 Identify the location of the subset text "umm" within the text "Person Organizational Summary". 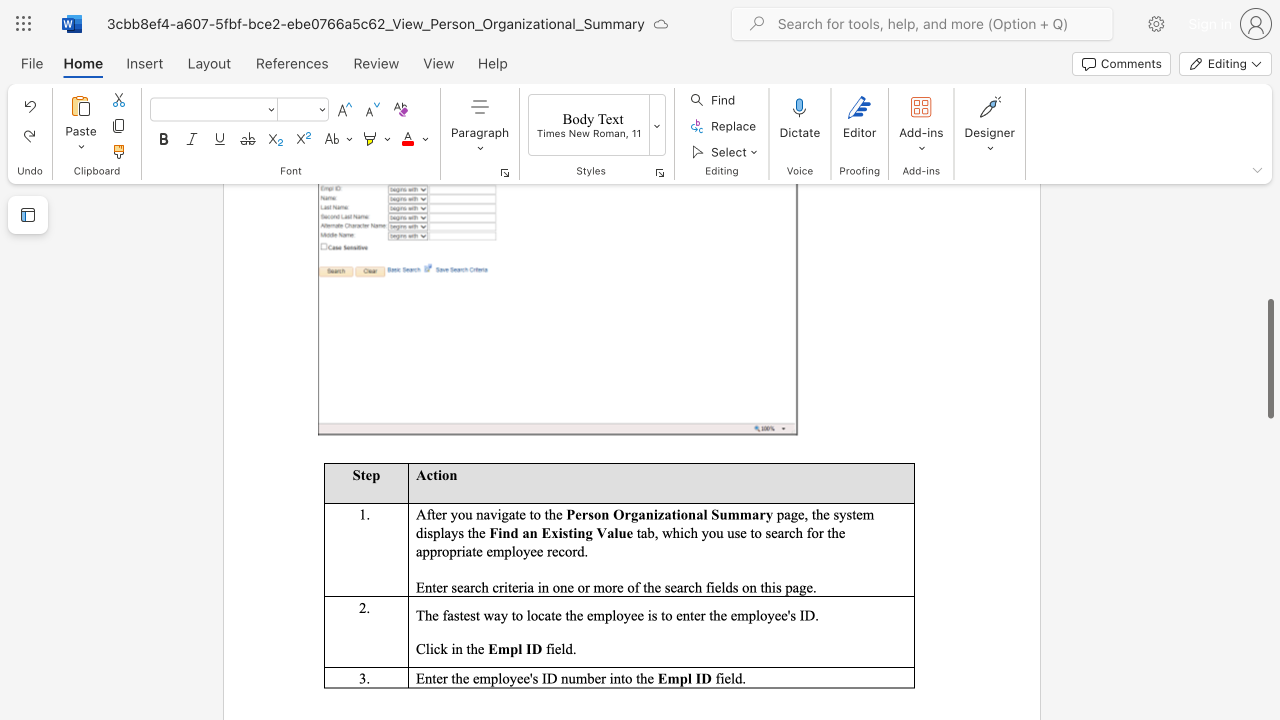
(719, 513).